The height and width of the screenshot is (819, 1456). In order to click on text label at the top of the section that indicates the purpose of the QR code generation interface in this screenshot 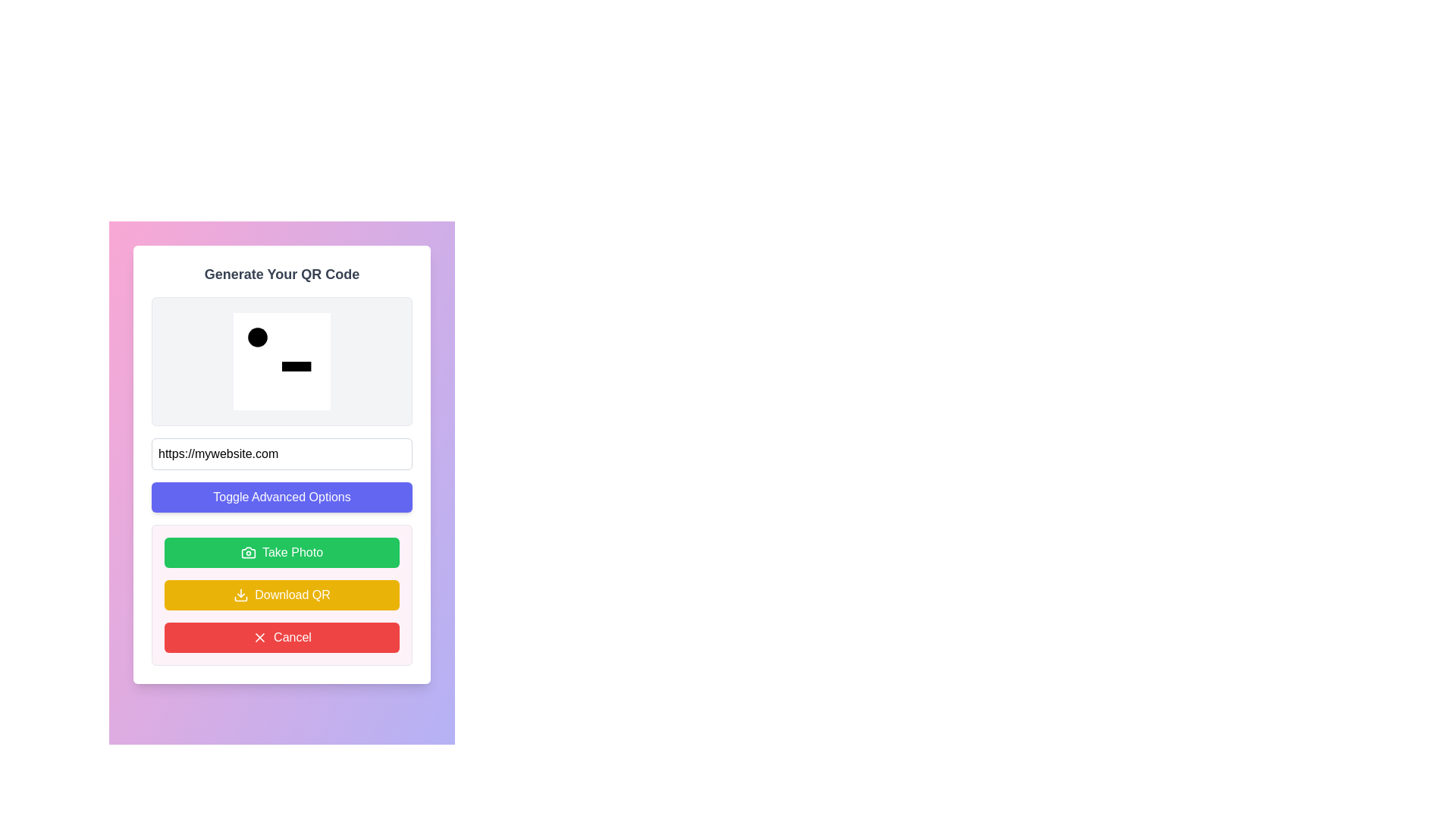, I will do `click(282, 275)`.